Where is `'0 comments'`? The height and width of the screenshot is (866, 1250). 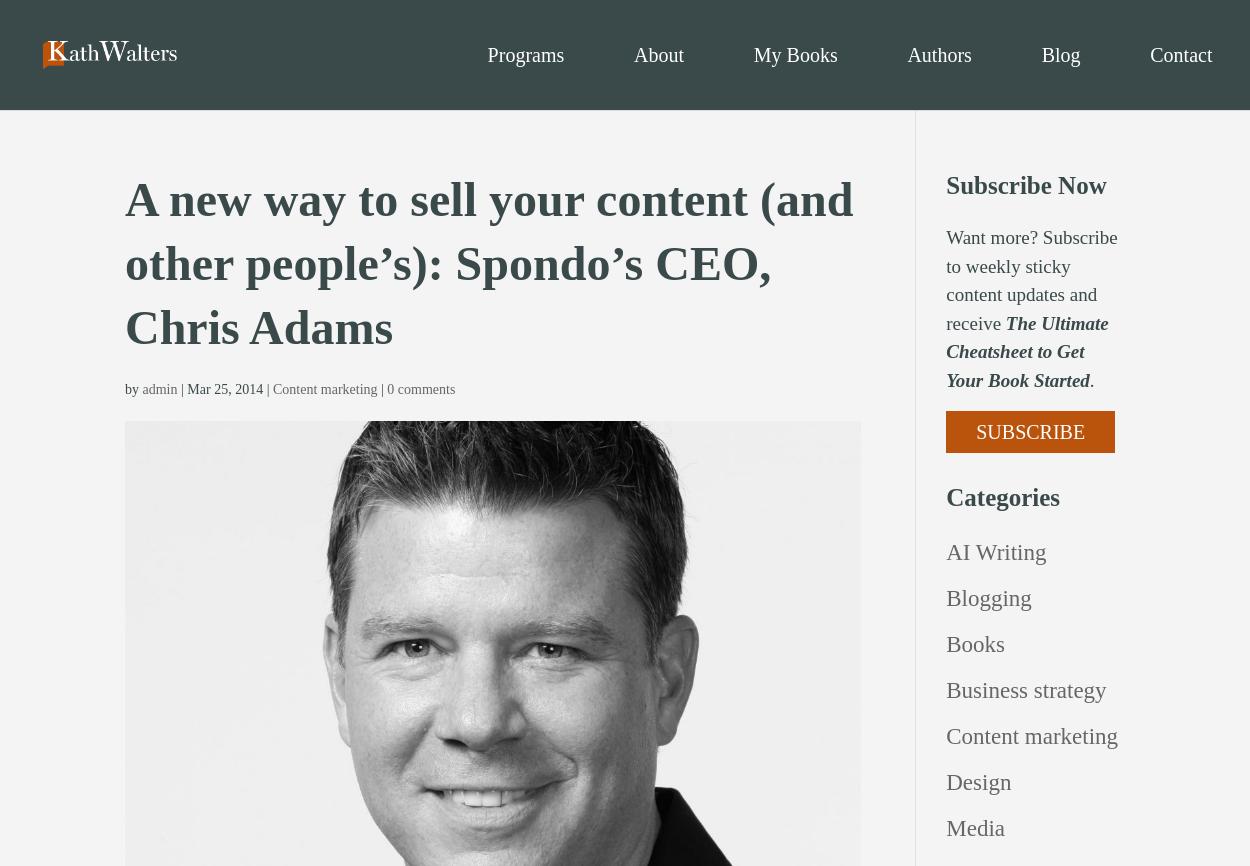 '0 comments' is located at coordinates (387, 388).